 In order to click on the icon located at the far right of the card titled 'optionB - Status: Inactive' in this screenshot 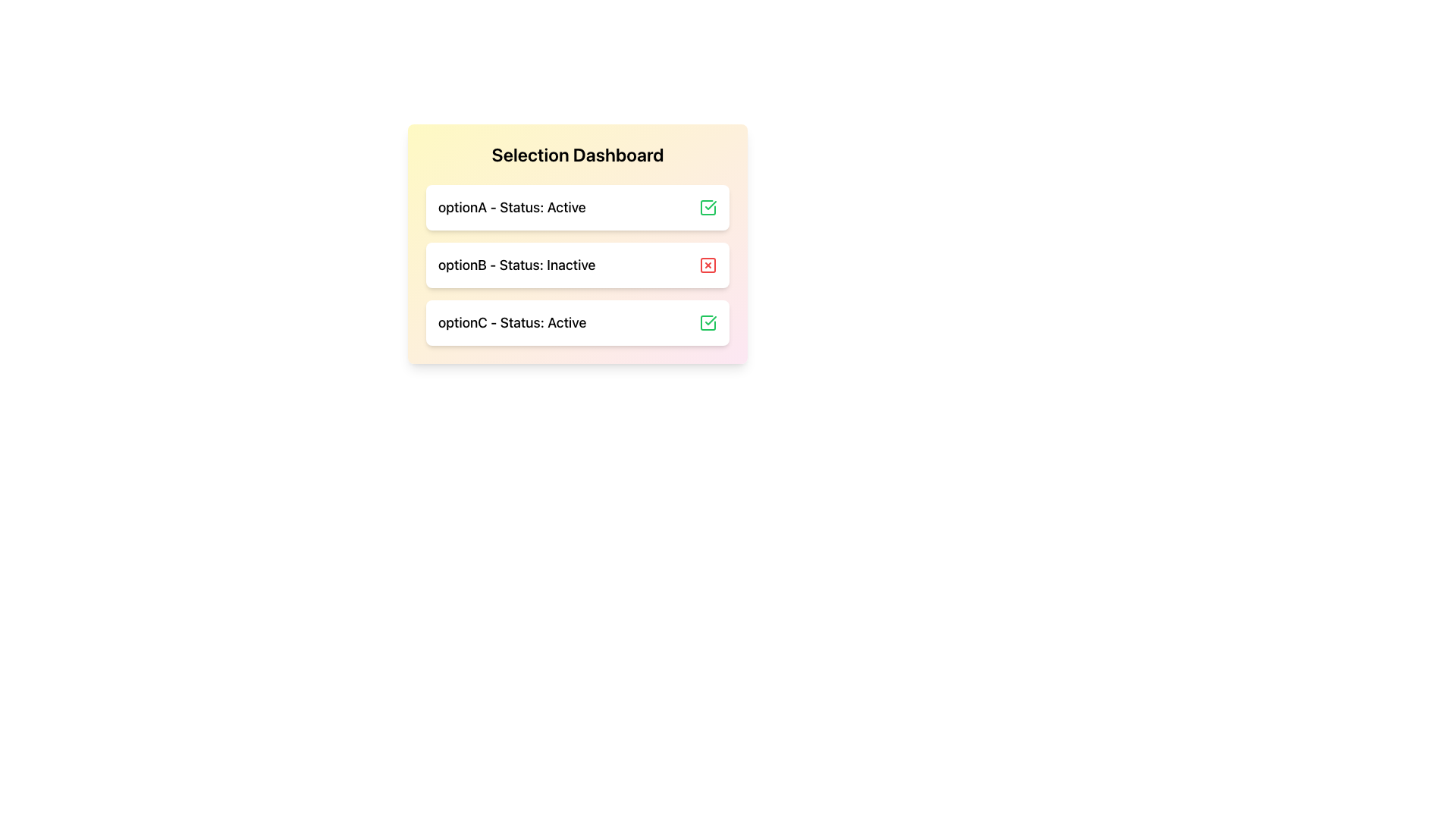, I will do `click(708, 265)`.